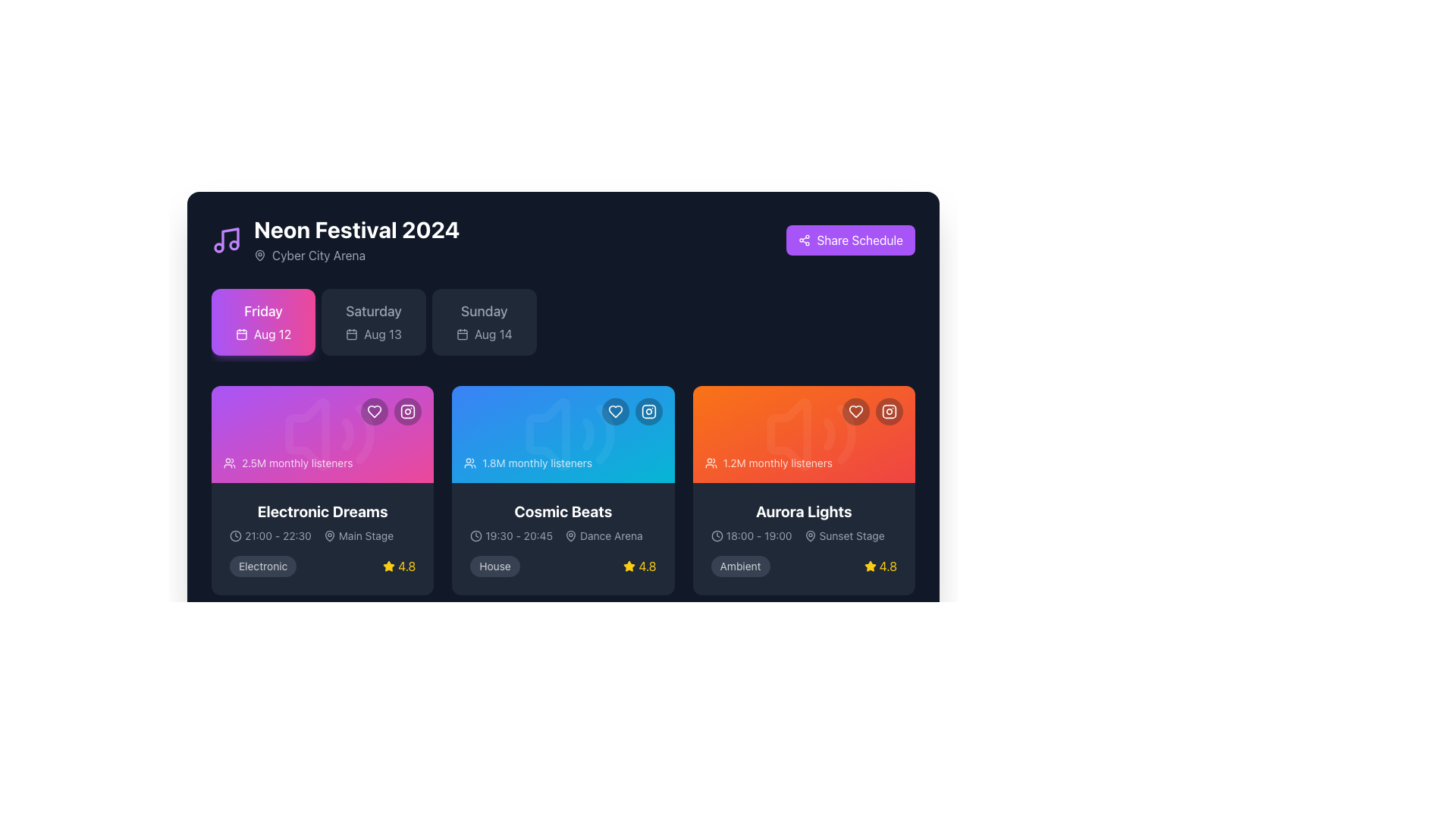 This screenshot has width=1456, height=819. I want to click on the star-shaped yellow icon indicating a rating of 4.8 for the event 'Electronic Dreams' in the 'Neon Festival 2024' interface, so click(629, 566).